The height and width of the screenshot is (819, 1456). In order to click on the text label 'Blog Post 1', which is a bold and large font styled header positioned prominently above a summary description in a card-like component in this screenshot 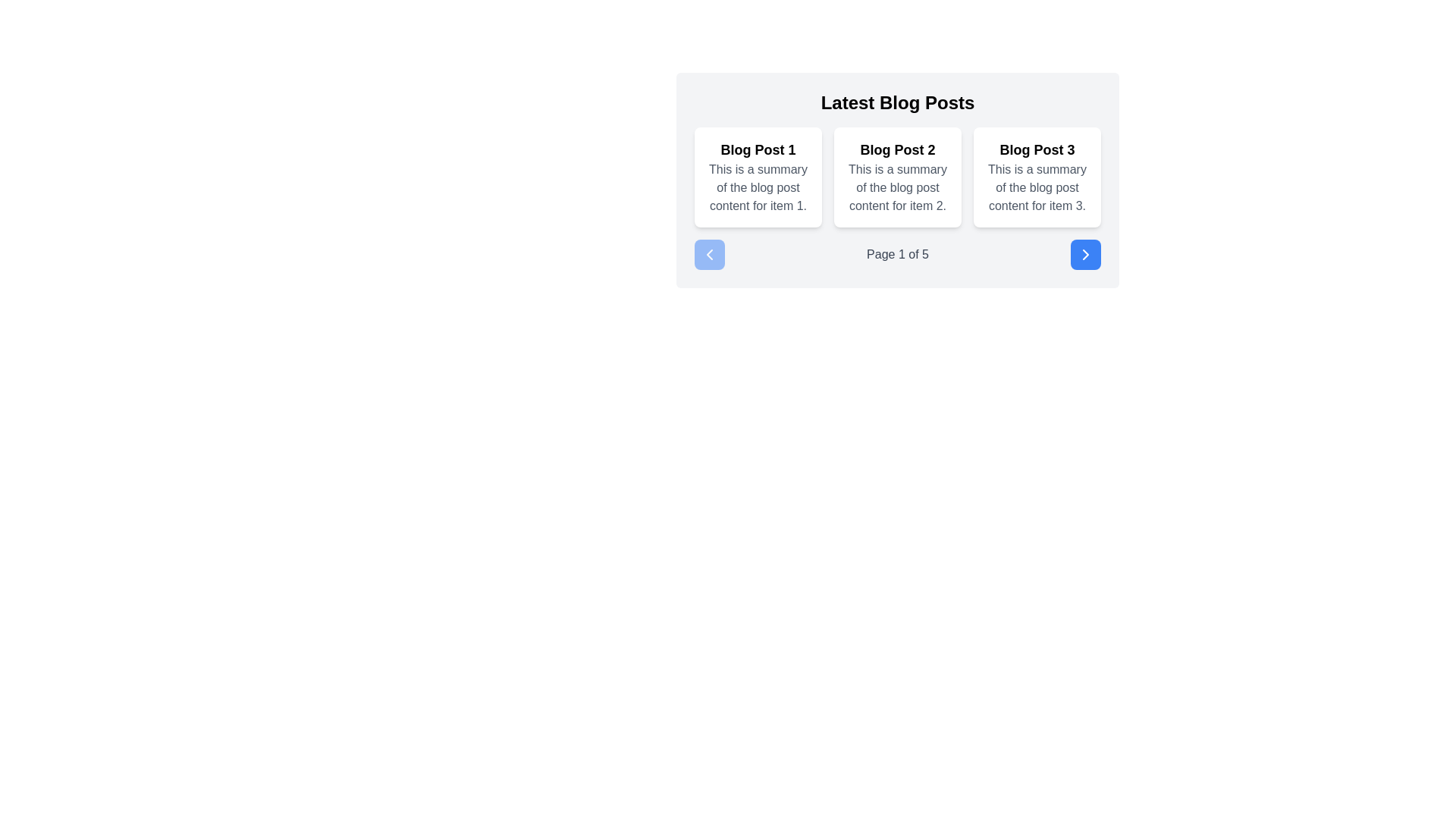, I will do `click(758, 149)`.